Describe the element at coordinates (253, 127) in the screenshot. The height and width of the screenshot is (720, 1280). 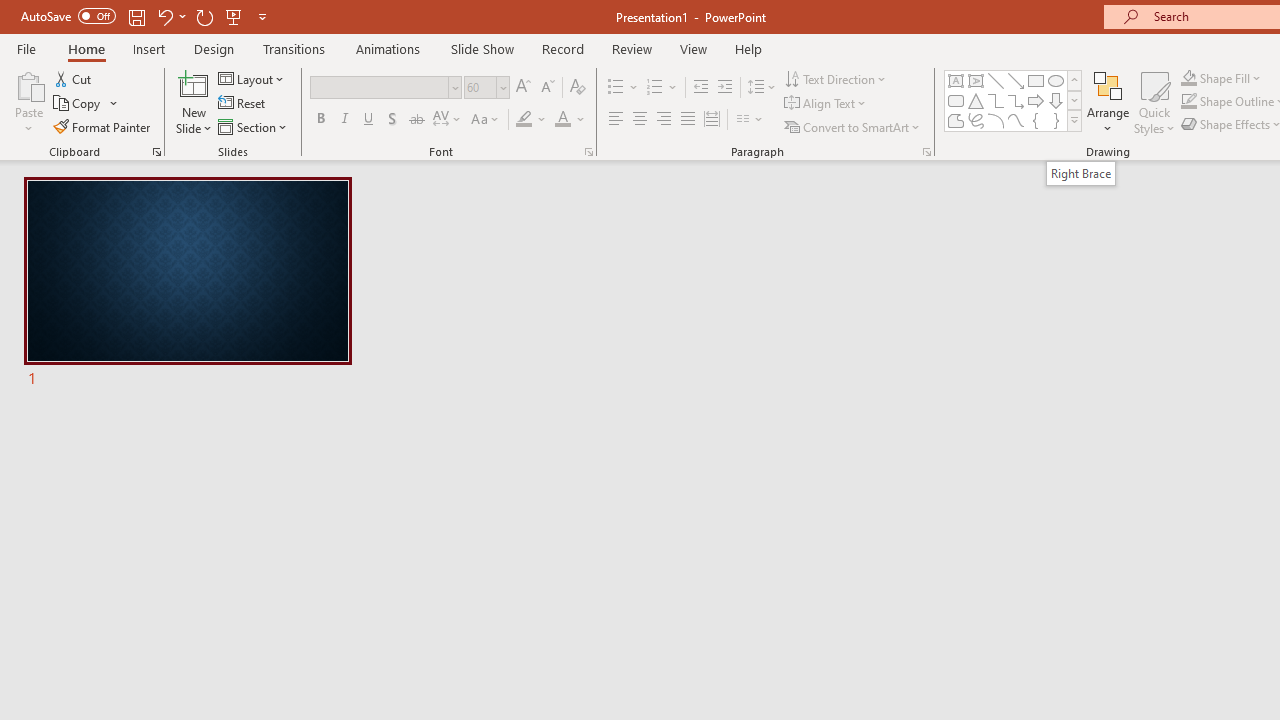
I see `'Section'` at that location.